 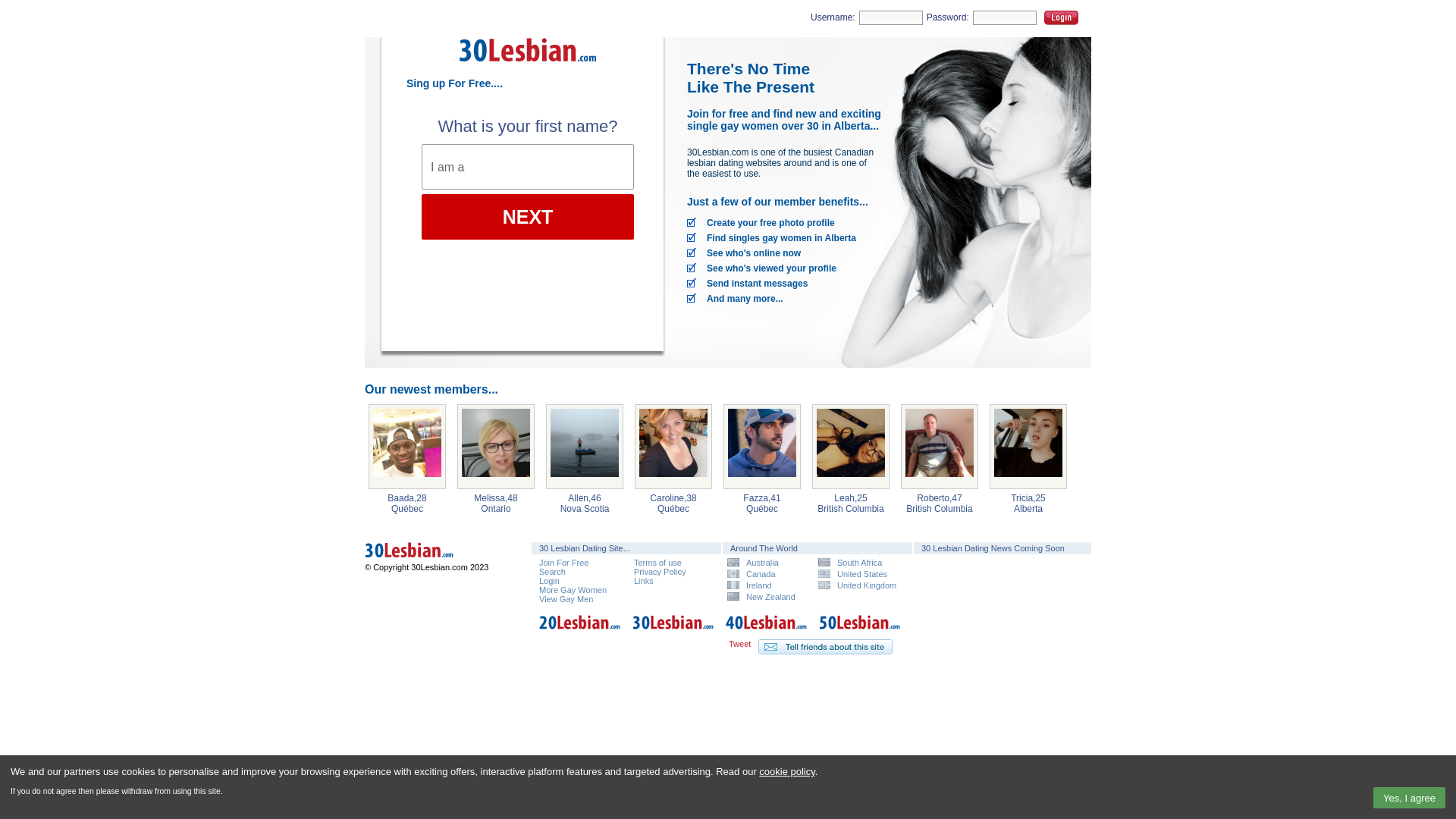 I want to click on 'United Kingdom', so click(x=858, y=584).